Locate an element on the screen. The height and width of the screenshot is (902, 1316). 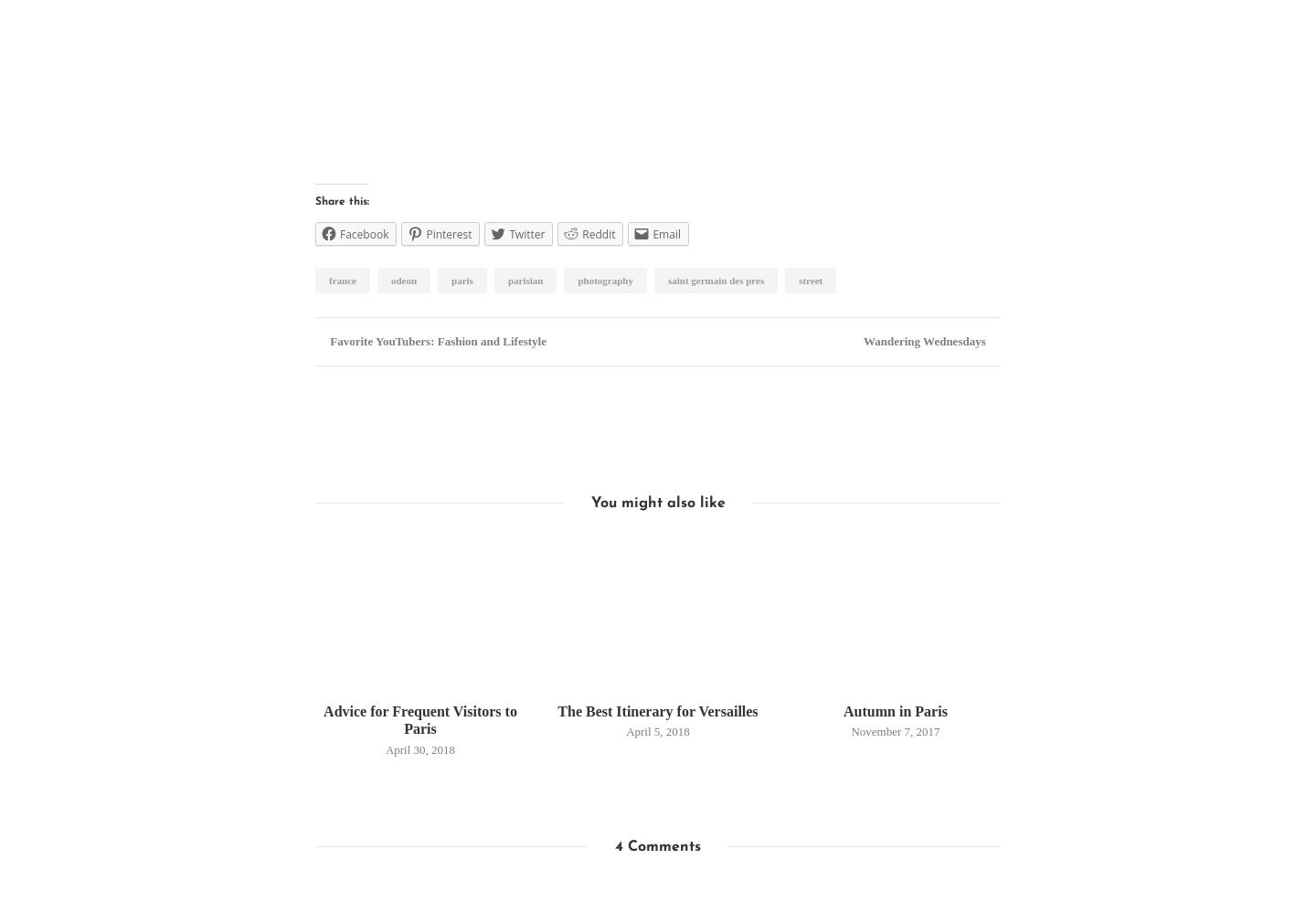
'I'm a Californian in my mid-twenties who studied Art History and lived in France for 3 years. I blog honestly about my travels, share my thoughts on life, and get poetic about art and photography. I also sell prints of my photographs on Etsy.' is located at coordinates (687, 477).